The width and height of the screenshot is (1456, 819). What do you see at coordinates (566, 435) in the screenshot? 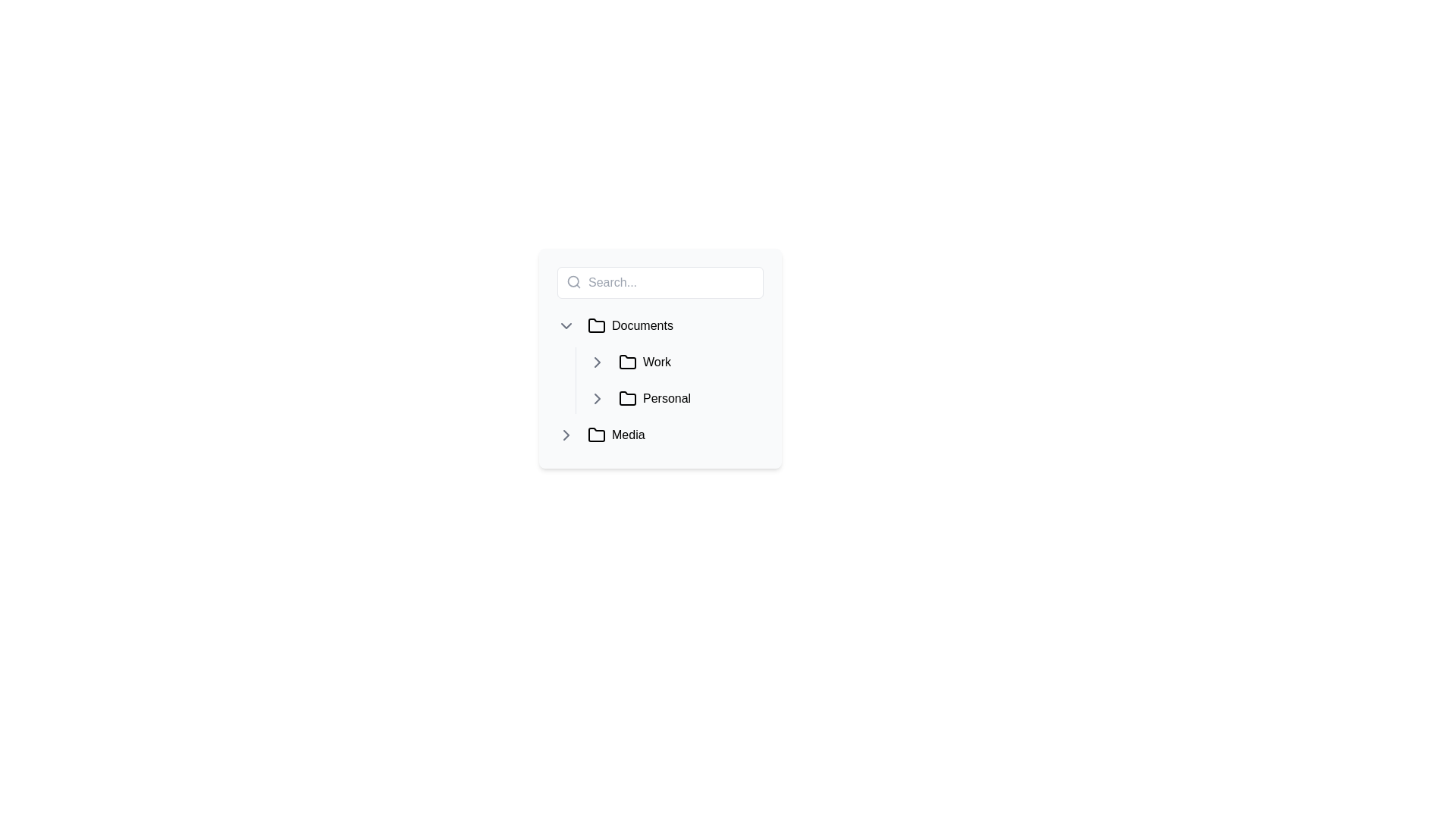
I see `the small, right-pointing chevron icon` at bounding box center [566, 435].